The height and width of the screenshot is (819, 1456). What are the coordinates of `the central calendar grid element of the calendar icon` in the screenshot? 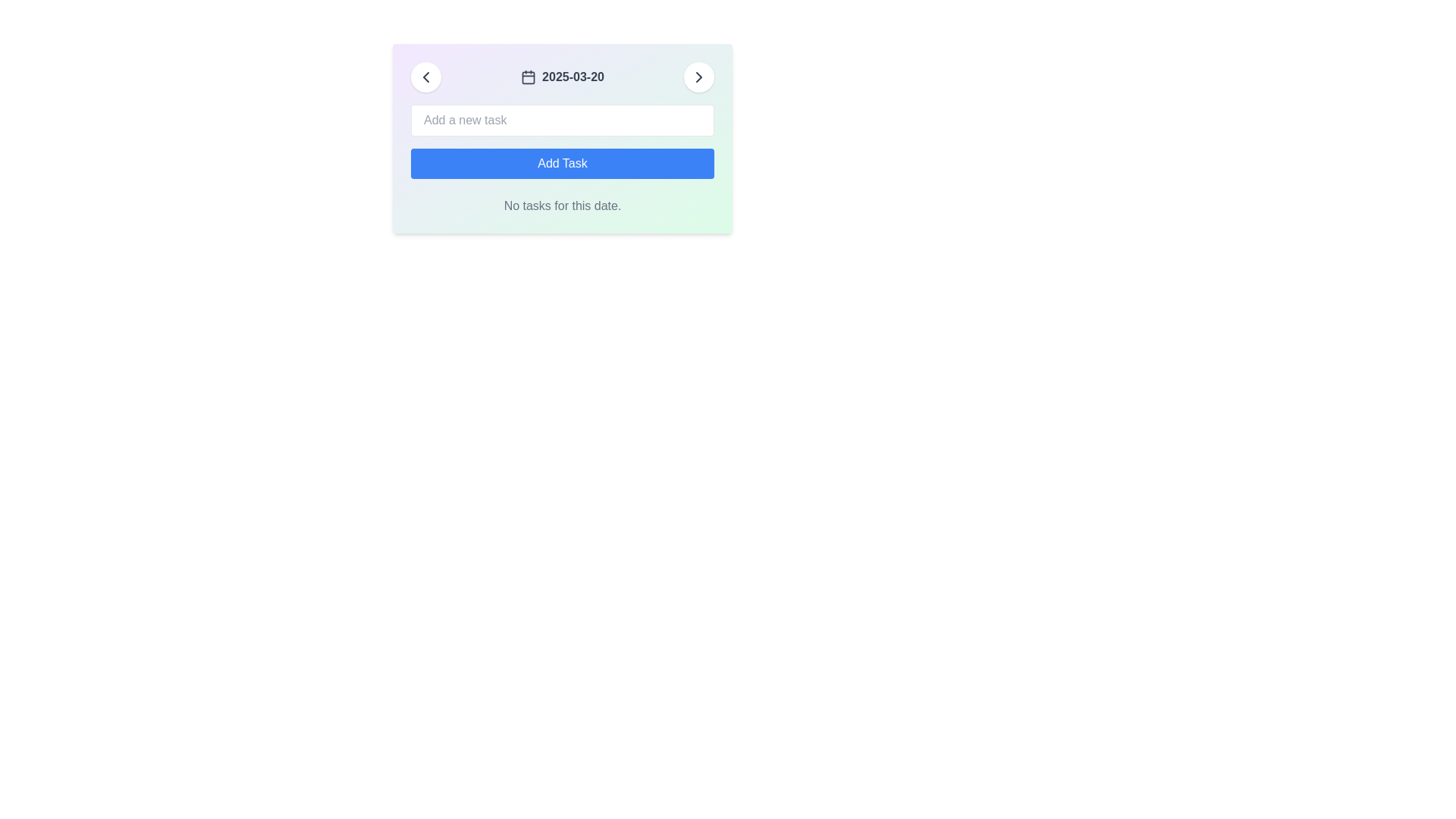 It's located at (529, 77).